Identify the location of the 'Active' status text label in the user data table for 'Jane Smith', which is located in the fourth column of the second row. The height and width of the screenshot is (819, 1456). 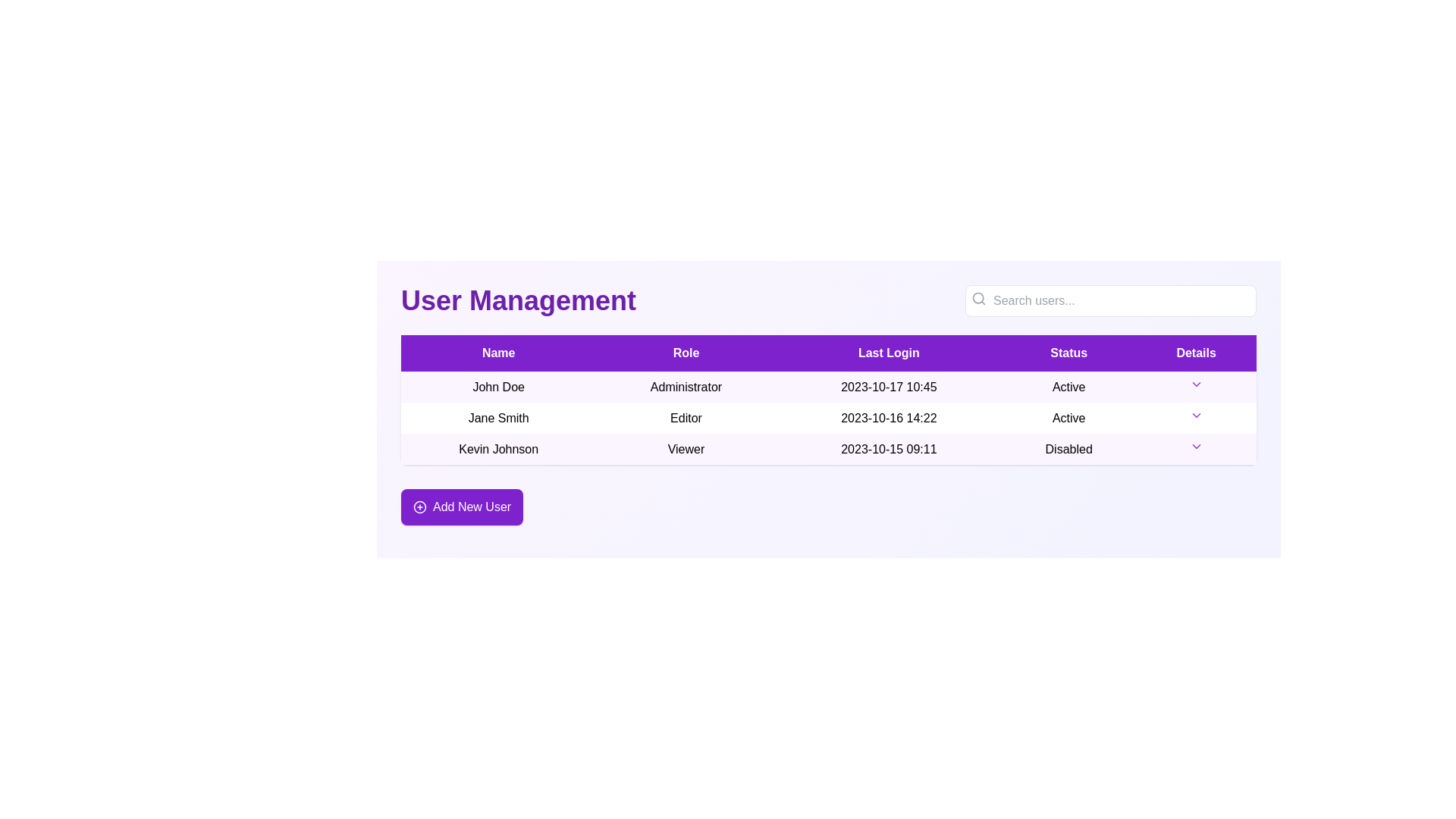
(1068, 418).